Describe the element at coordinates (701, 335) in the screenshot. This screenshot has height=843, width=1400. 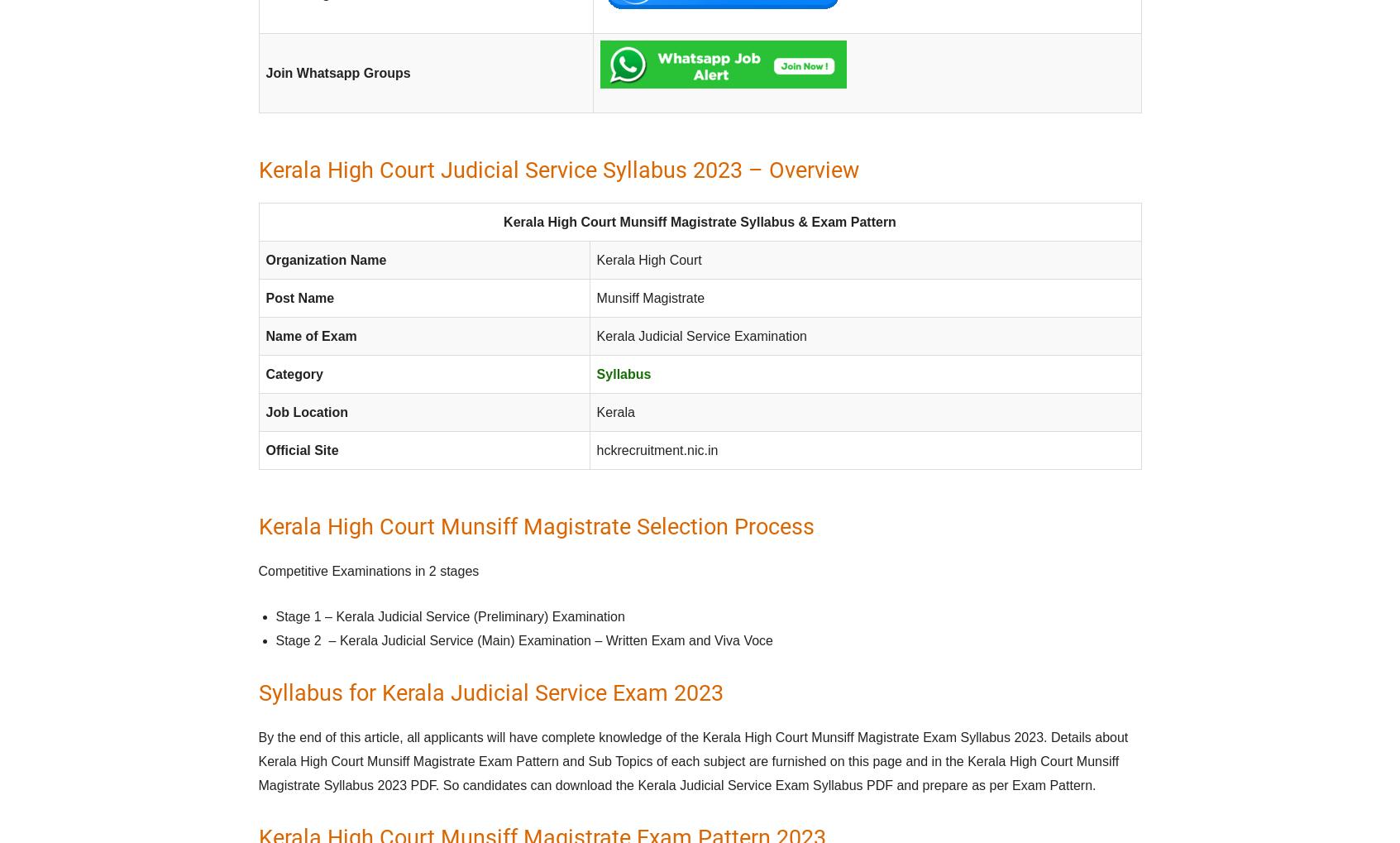
I see `'Kerala Judicial Service Examination'` at that location.